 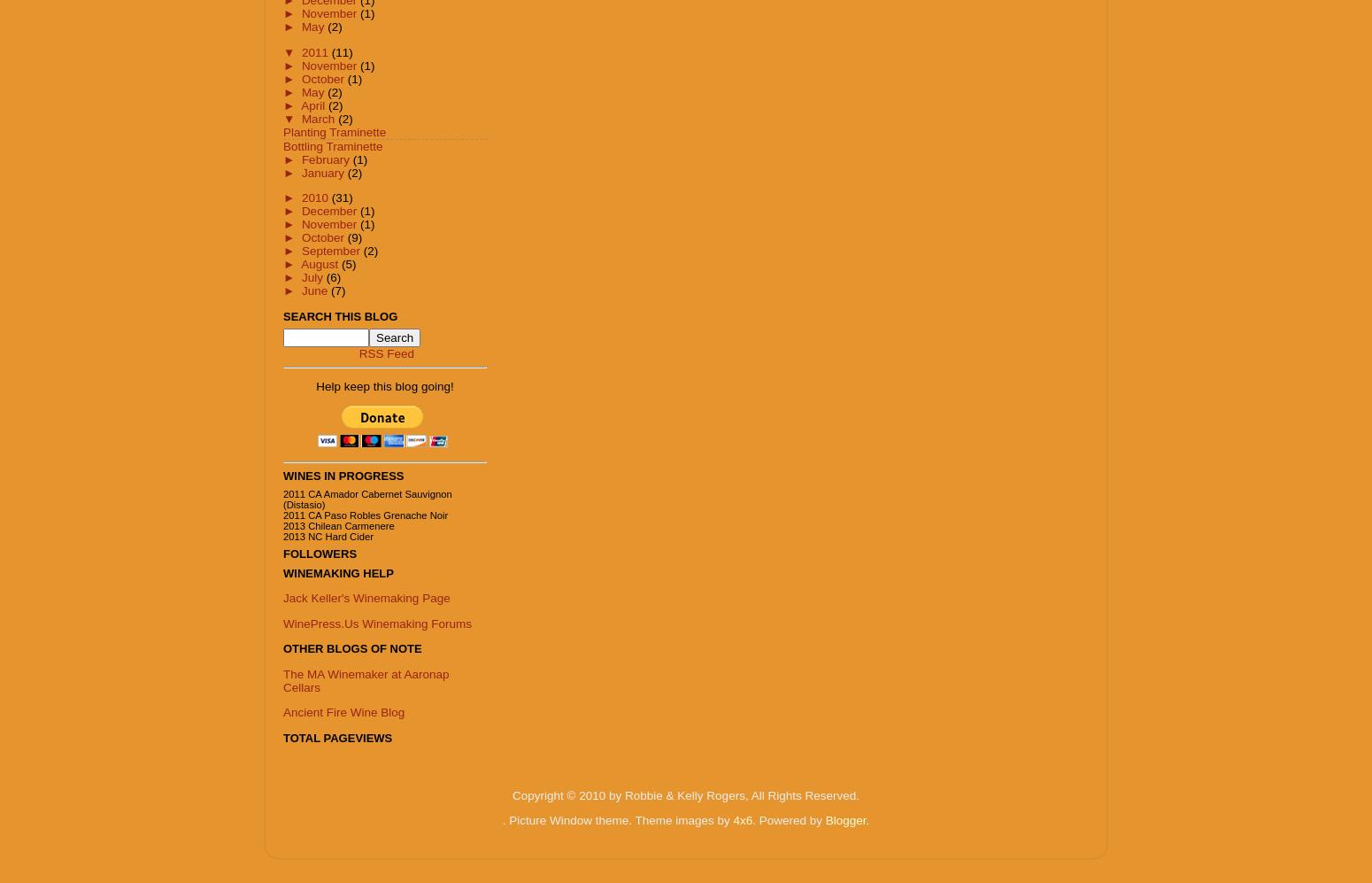 What do you see at coordinates (319, 553) in the screenshot?
I see `'Followers'` at bounding box center [319, 553].